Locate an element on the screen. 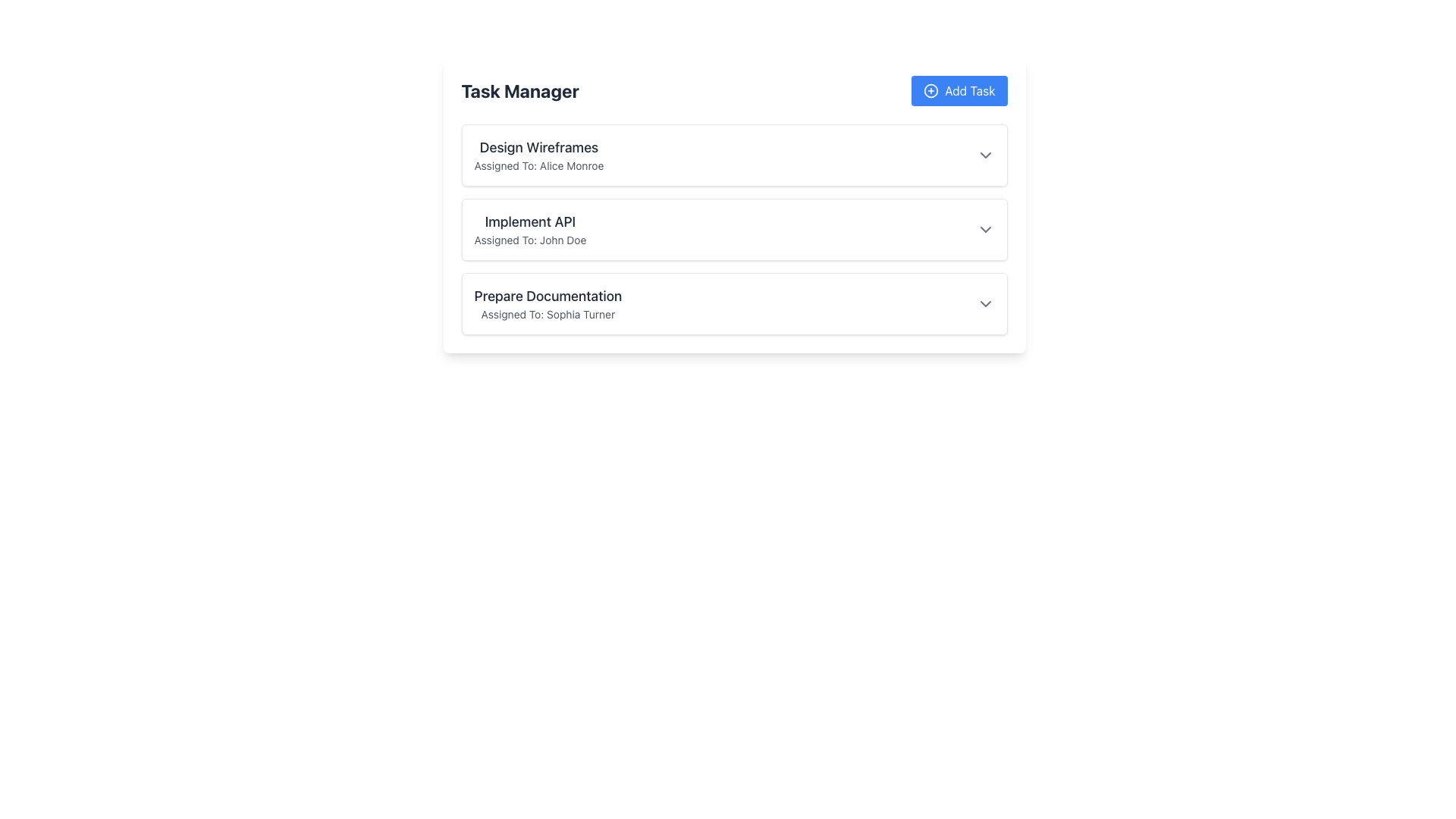 This screenshot has height=819, width=1456. the dropdown toggle button (icon-based) located at the far right of the 'Prepare Documentation' task card is located at coordinates (985, 304).